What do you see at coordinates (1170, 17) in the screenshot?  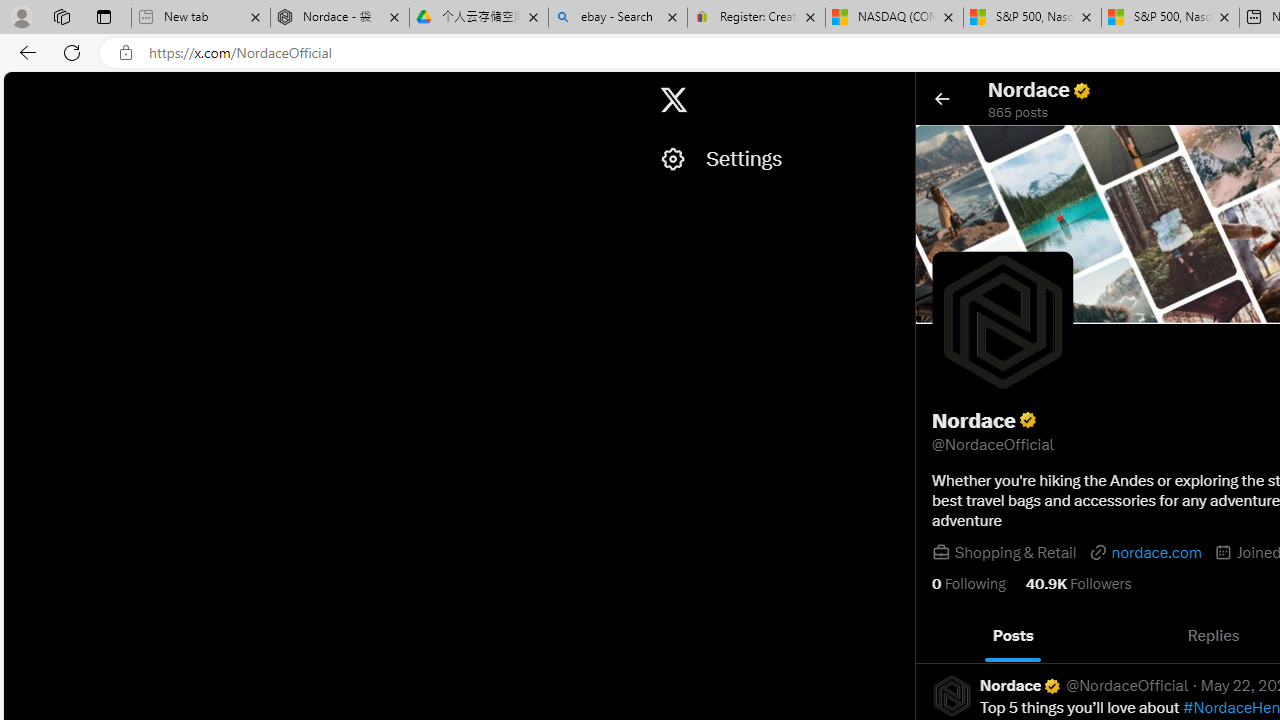 I see `'S&P 500, Nasdaq end lower, weighed by Nvidia dip | Watch'` at bounding box center [1170, 17].